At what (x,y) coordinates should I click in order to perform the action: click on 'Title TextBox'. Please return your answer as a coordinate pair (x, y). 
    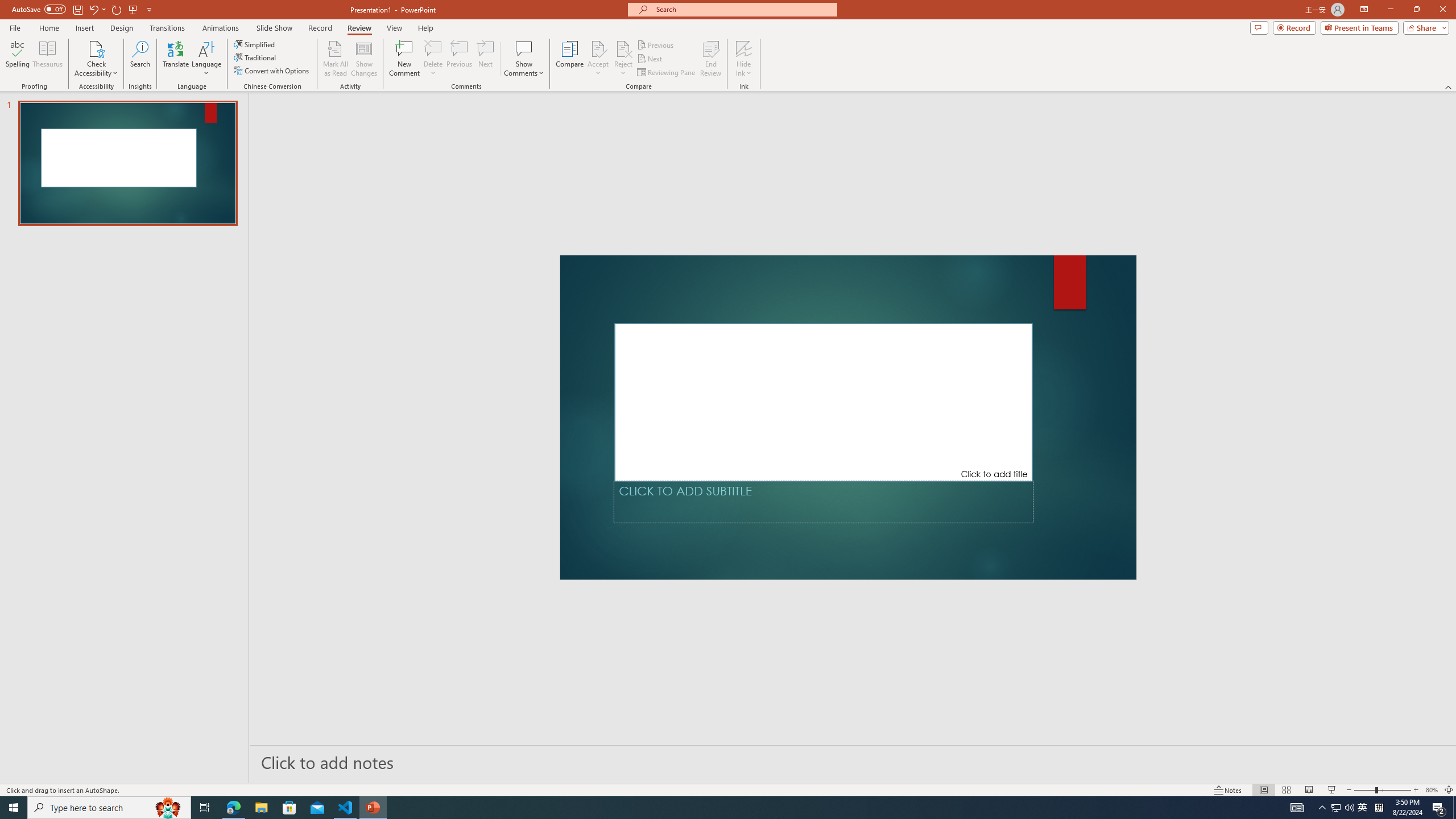
    Looking at the image, I should click on (823, 402).